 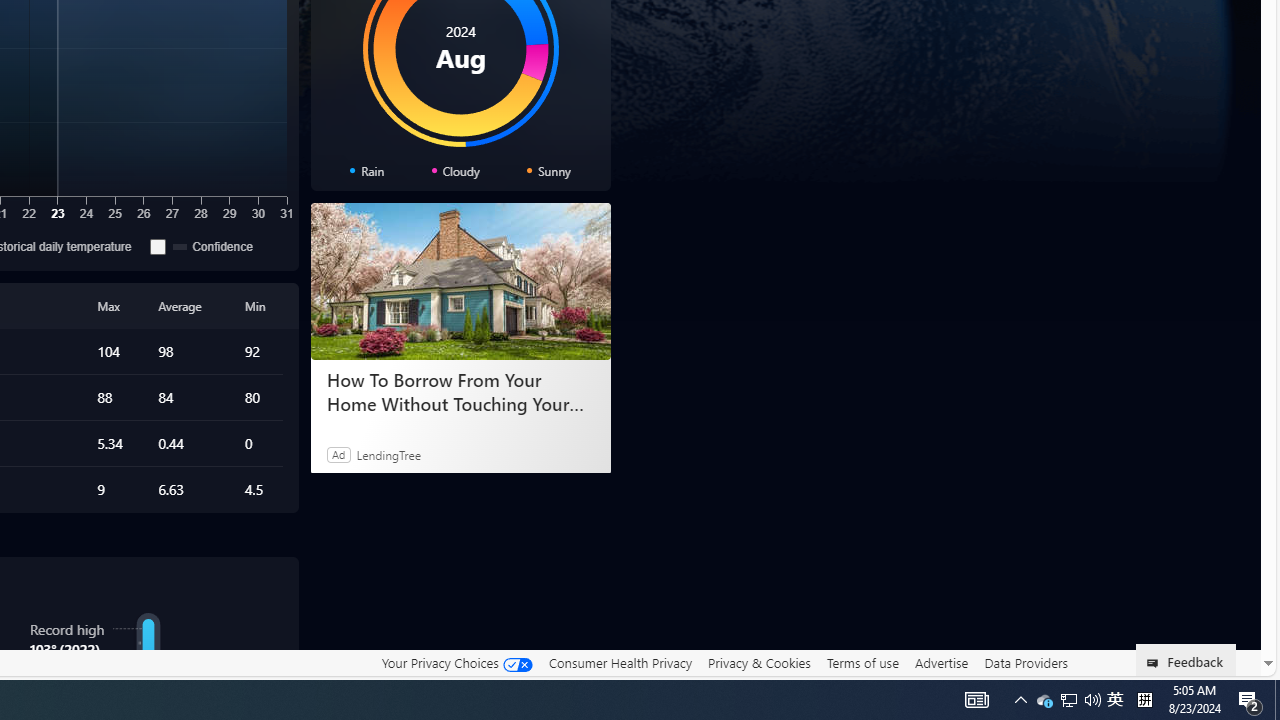 What do you see at coordinates (455, 662) in the screenshot?
I see `'Your Privacy Choices'` at bounding box center [455, 662].